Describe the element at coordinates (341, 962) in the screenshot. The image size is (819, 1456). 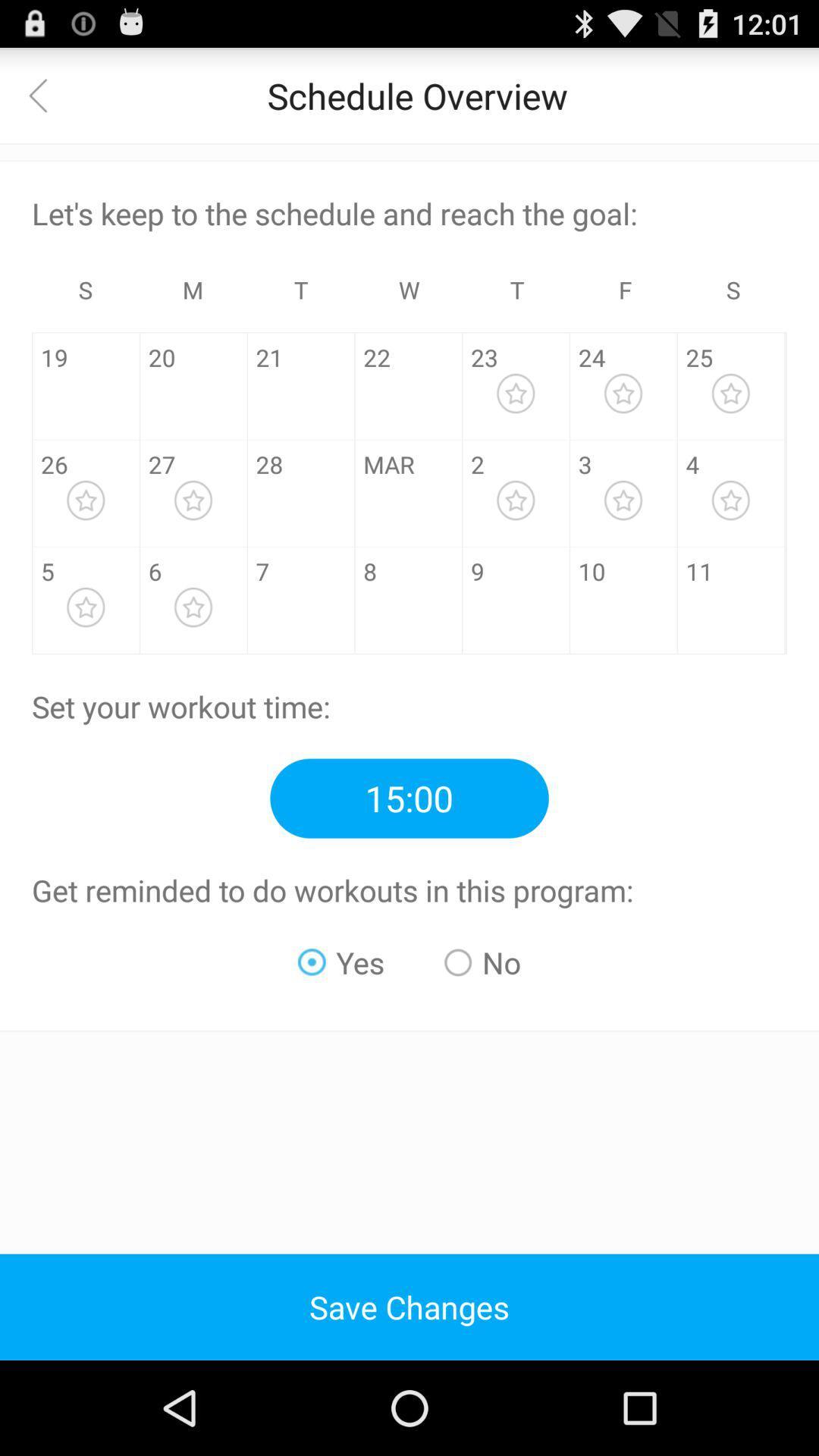
I see `the radio button next to the no radio button` at that location.